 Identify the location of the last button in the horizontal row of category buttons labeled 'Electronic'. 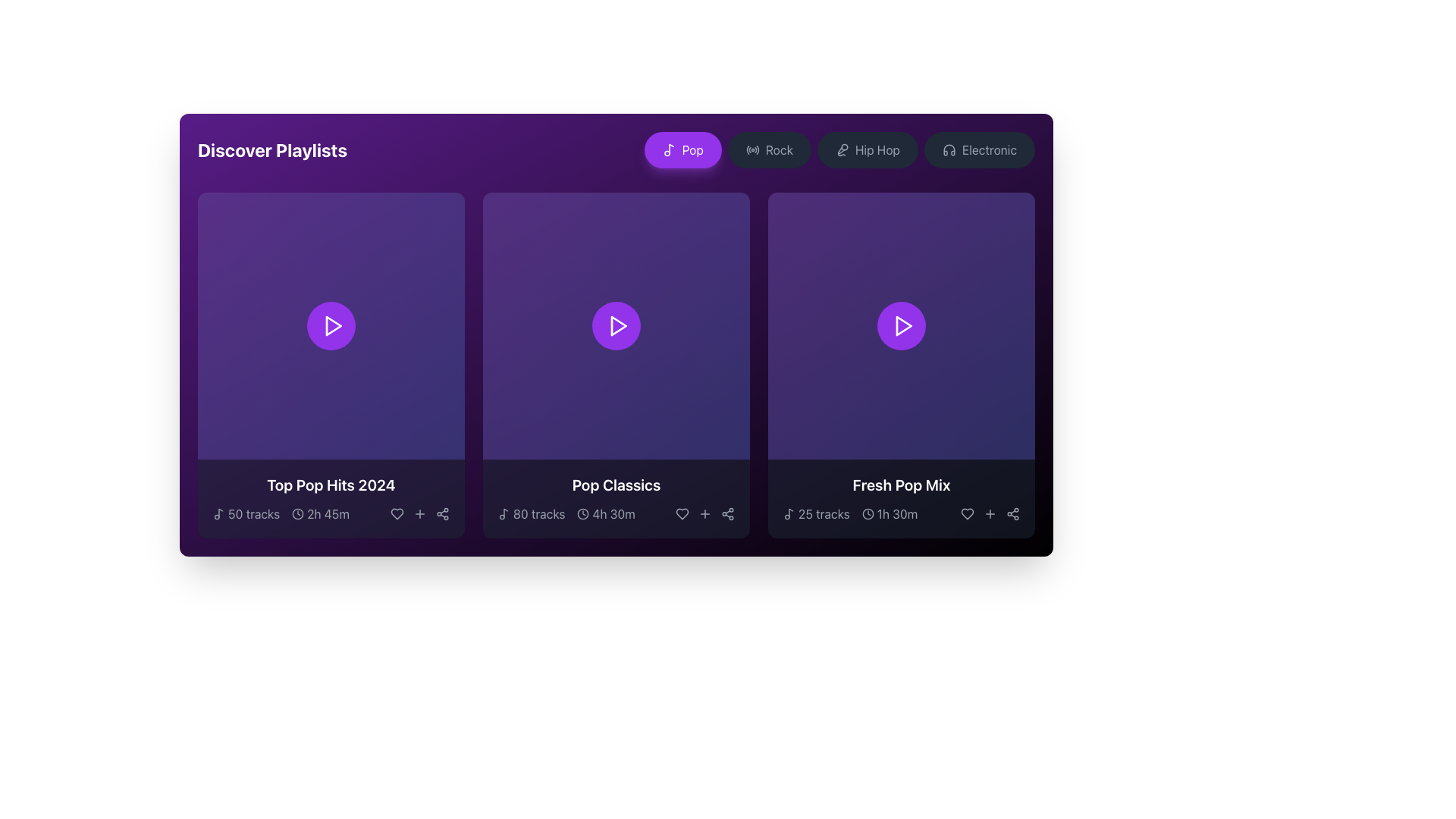
(990, 149).